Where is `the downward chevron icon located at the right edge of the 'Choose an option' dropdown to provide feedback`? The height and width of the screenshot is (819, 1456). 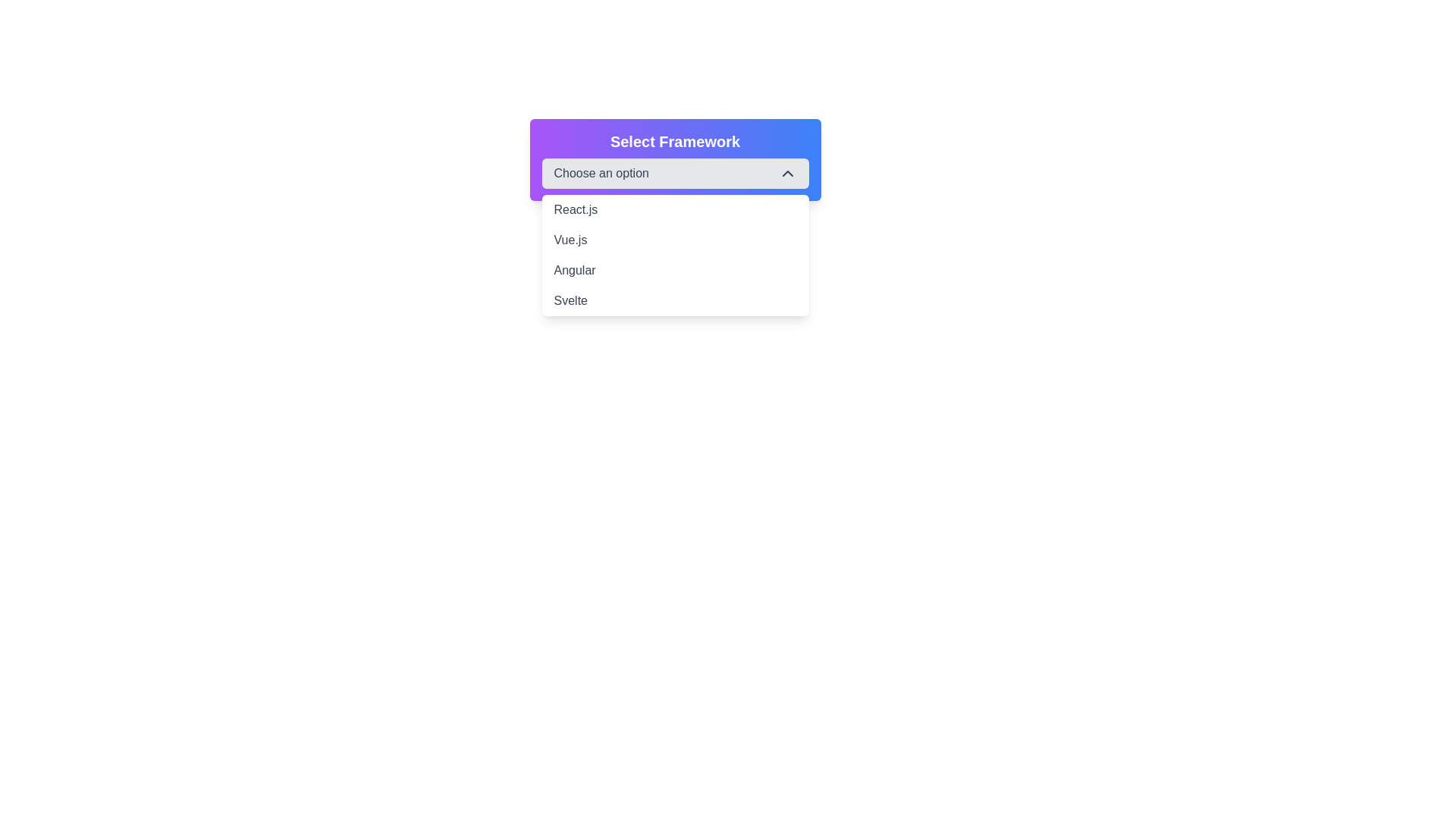
the downward chevron icon located at the right edge of the 'Choose an option' dropdown to provide feedback is located at coordinates (787, 172).